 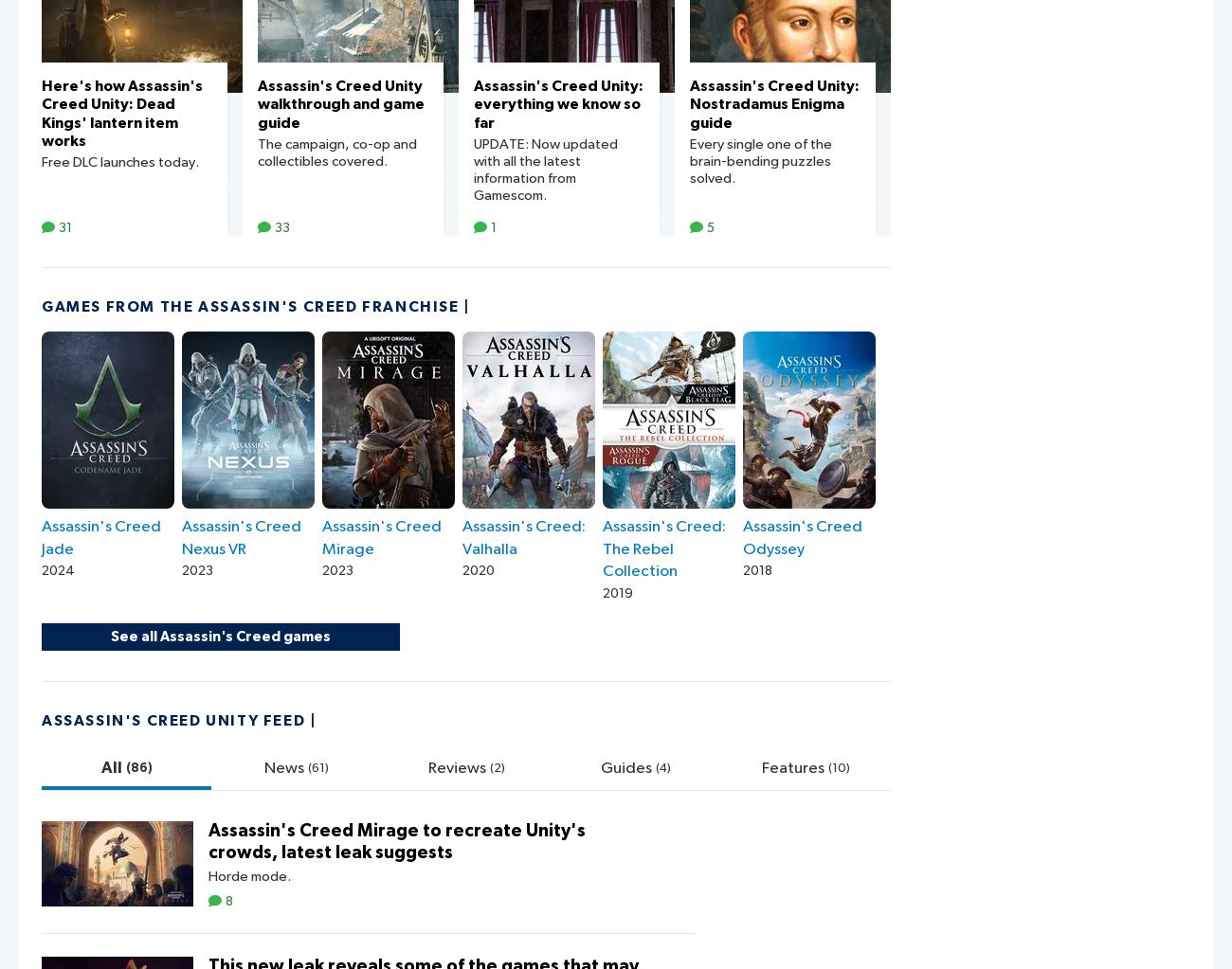 I want to click on 'See all Assassin's Creed games', so click(x=219, y=636).